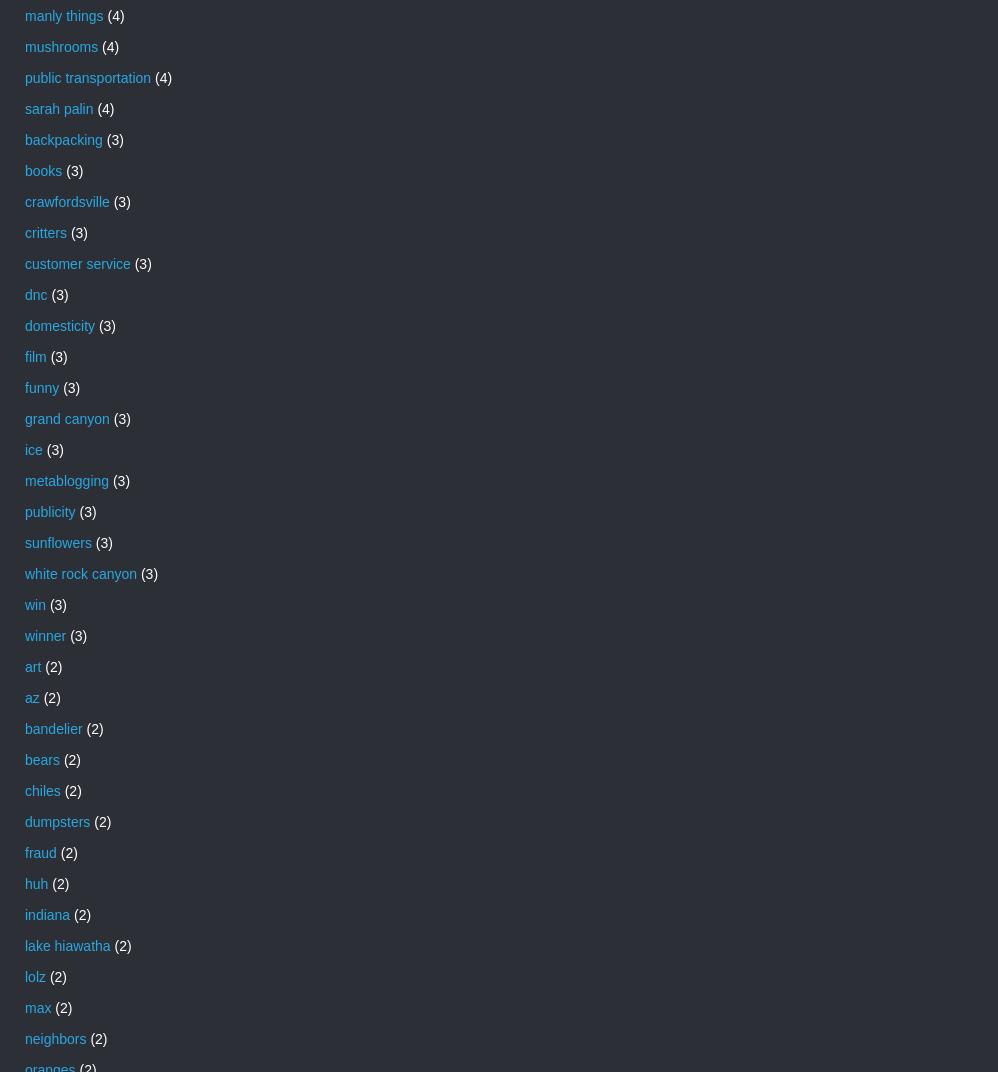  I want to click on 'max', so click(38, 1007).